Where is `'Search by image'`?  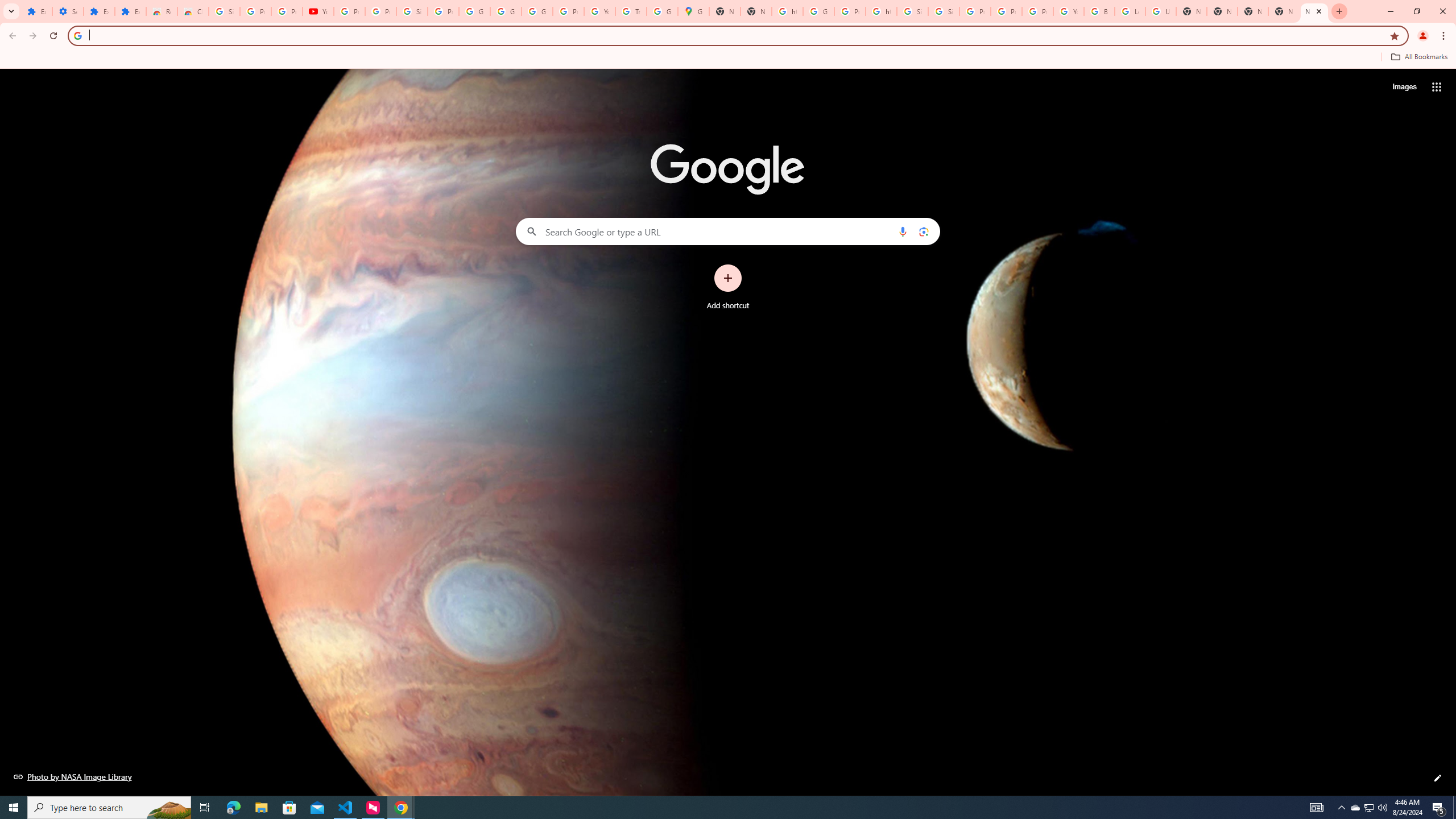 'Search by image' is located at coordinates (923, 230).